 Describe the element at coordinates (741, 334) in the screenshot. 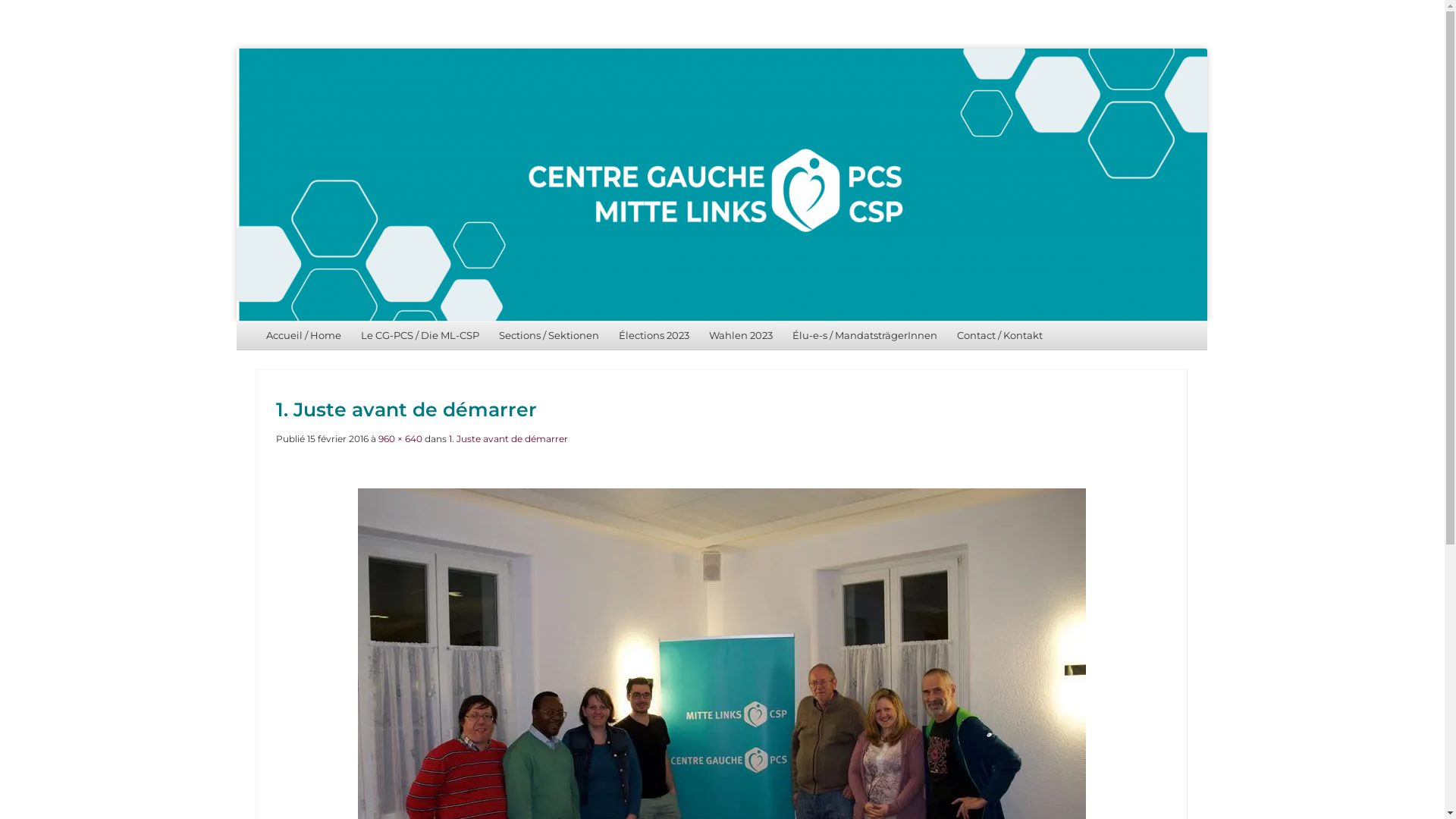

I see `'Wahlen 2023'` at that location.